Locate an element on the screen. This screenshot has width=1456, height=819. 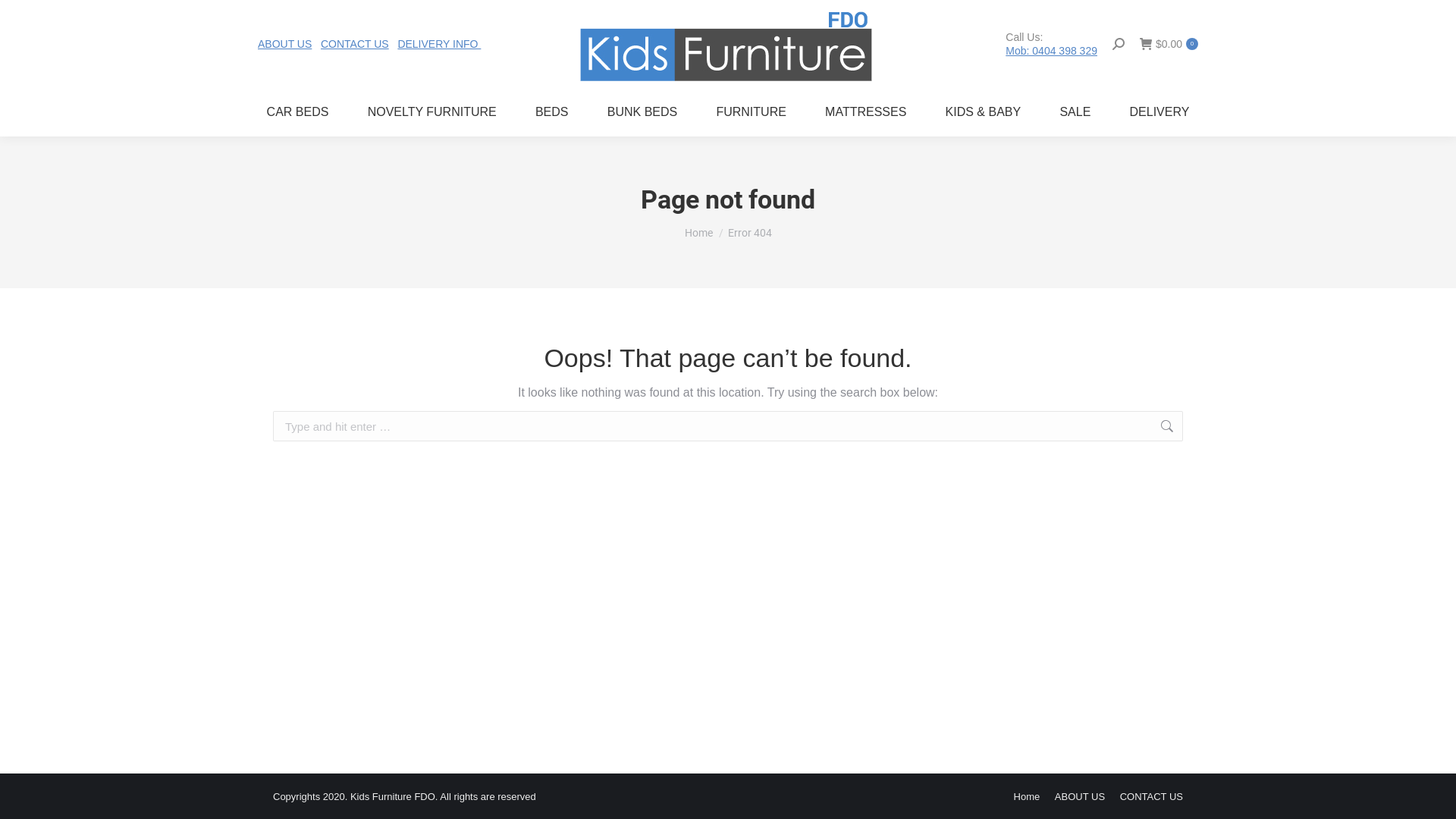
'BEDS' is located at coordinates (551, 111).